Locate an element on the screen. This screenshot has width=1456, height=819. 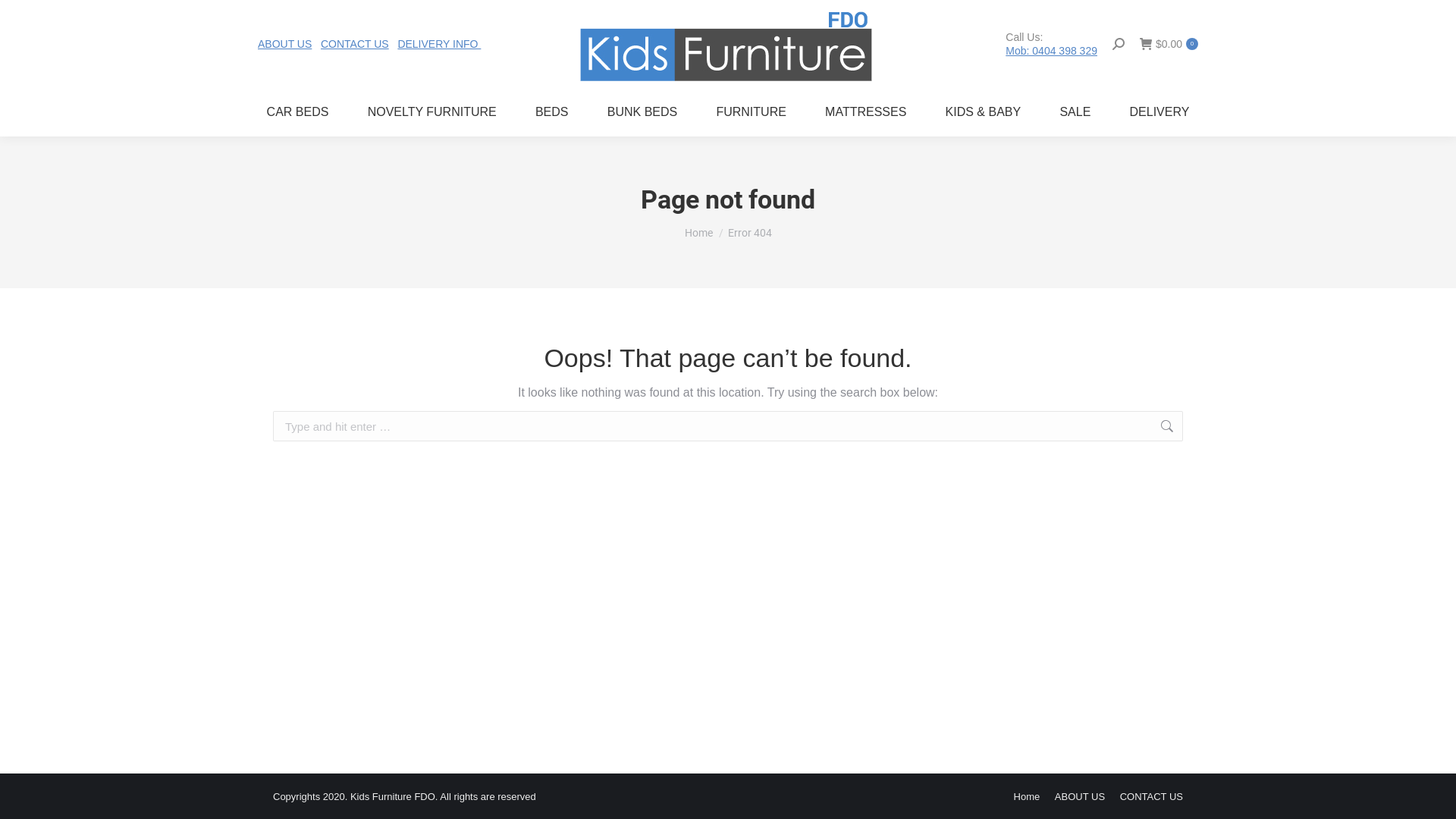
'BEDS' is located at coordinates (551, 111).